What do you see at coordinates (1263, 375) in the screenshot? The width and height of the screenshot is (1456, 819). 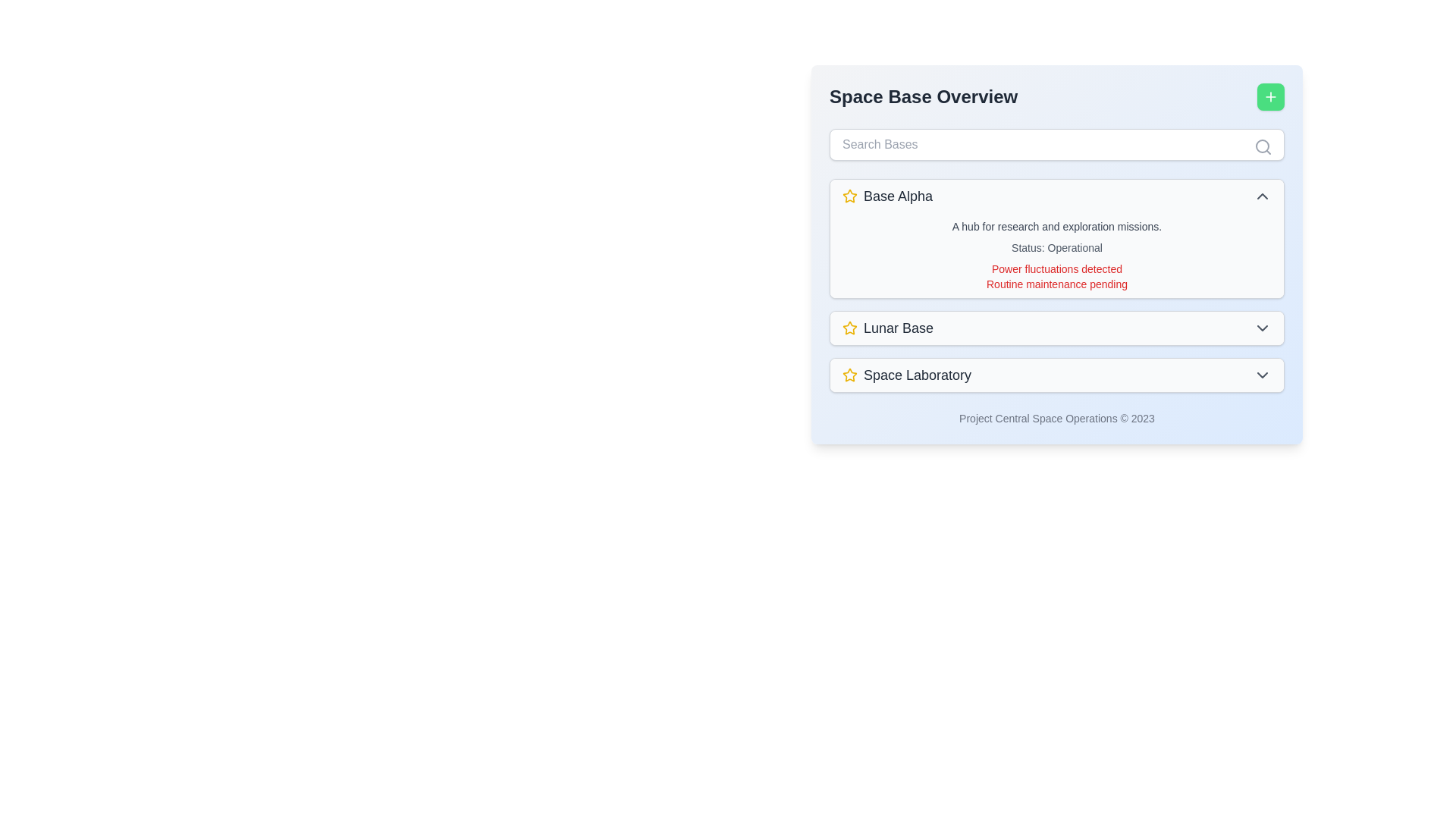 I see `the downward-pointing chevron icon located at the far right of the 'Space Laboratory' section` at bounding box center [1263, 375].